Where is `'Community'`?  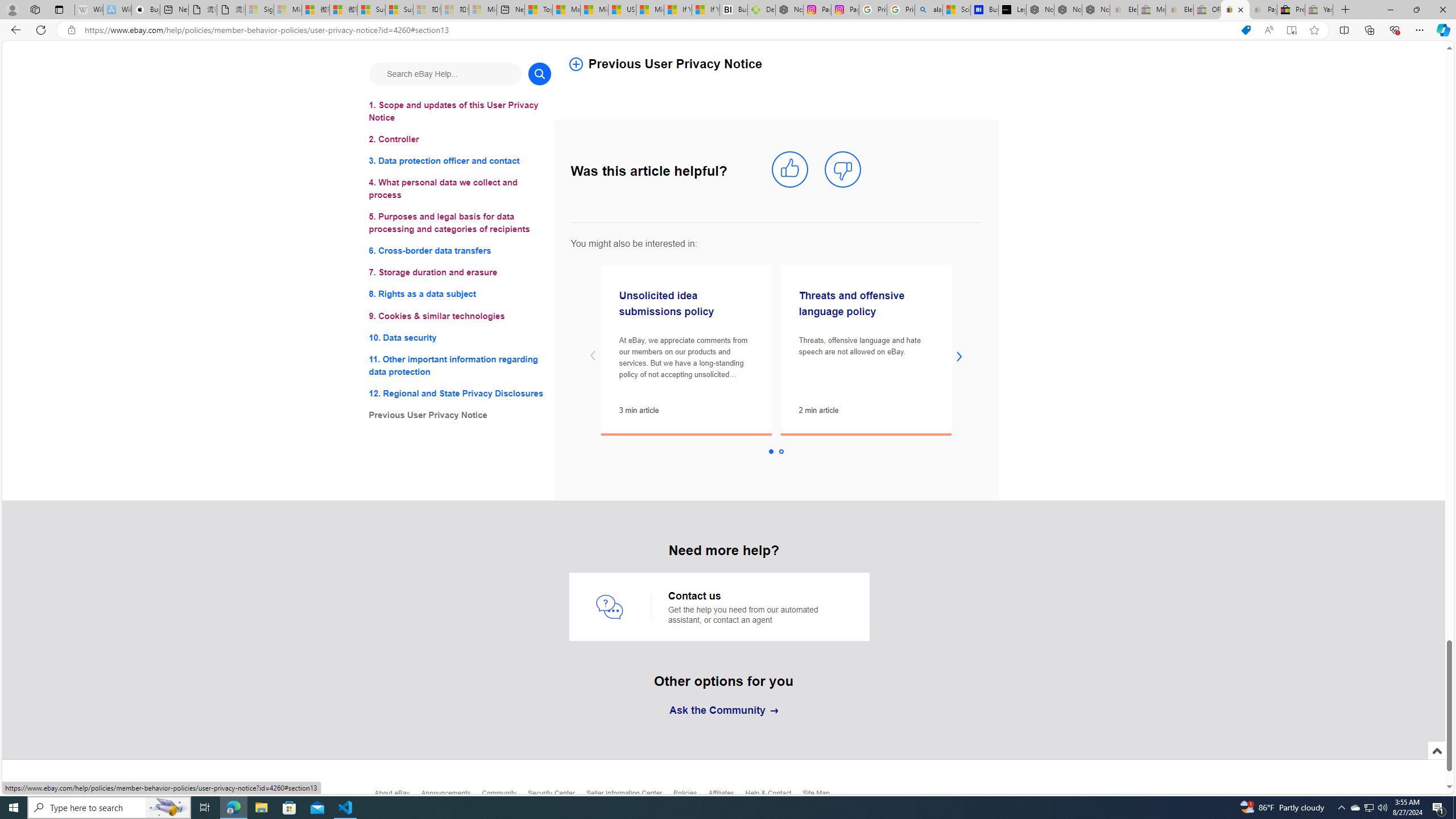
'Community' is located at coordinates (504, 795).